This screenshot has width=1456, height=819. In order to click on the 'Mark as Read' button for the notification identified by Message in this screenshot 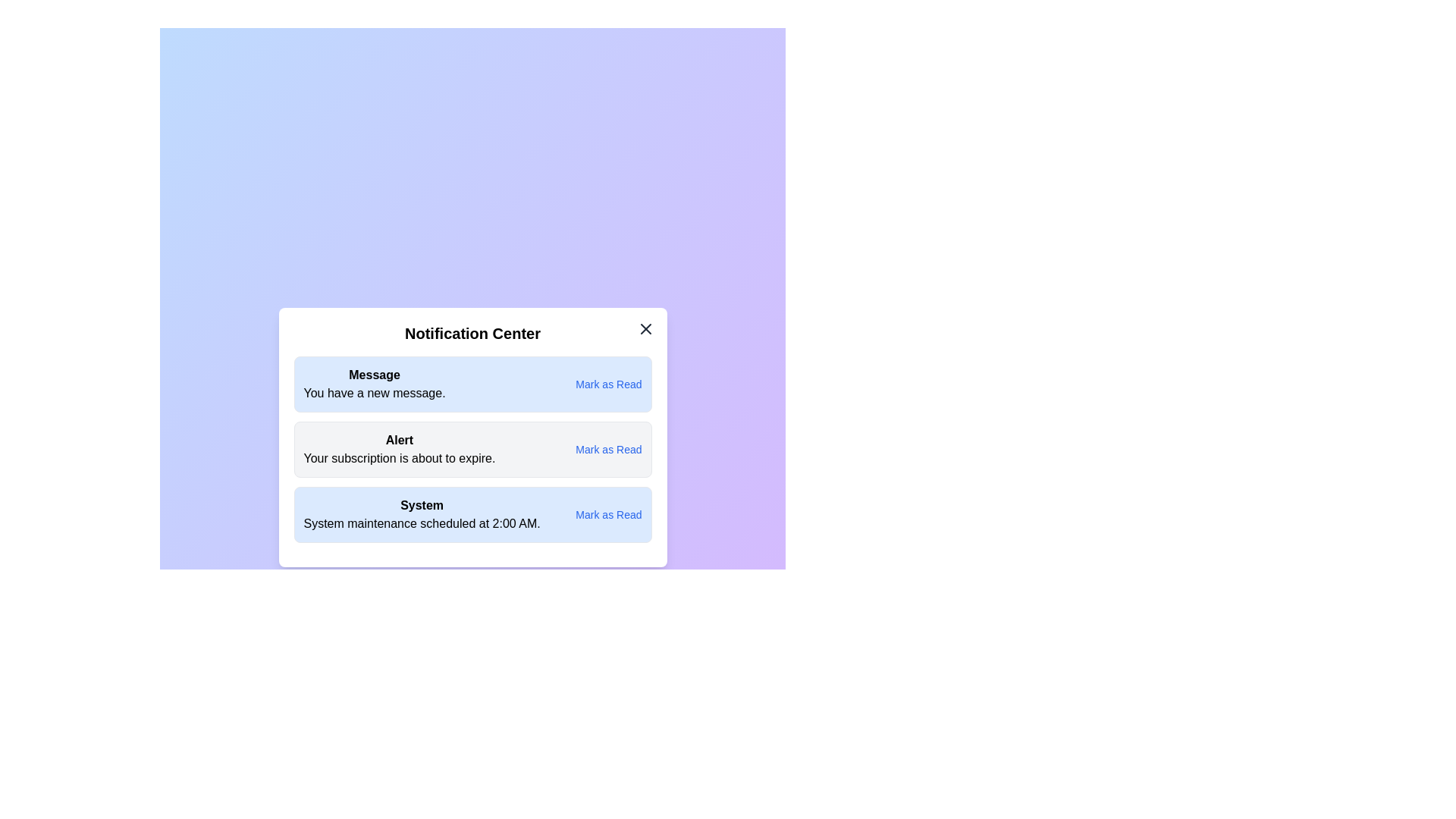, I will do `click(608, 383)`.